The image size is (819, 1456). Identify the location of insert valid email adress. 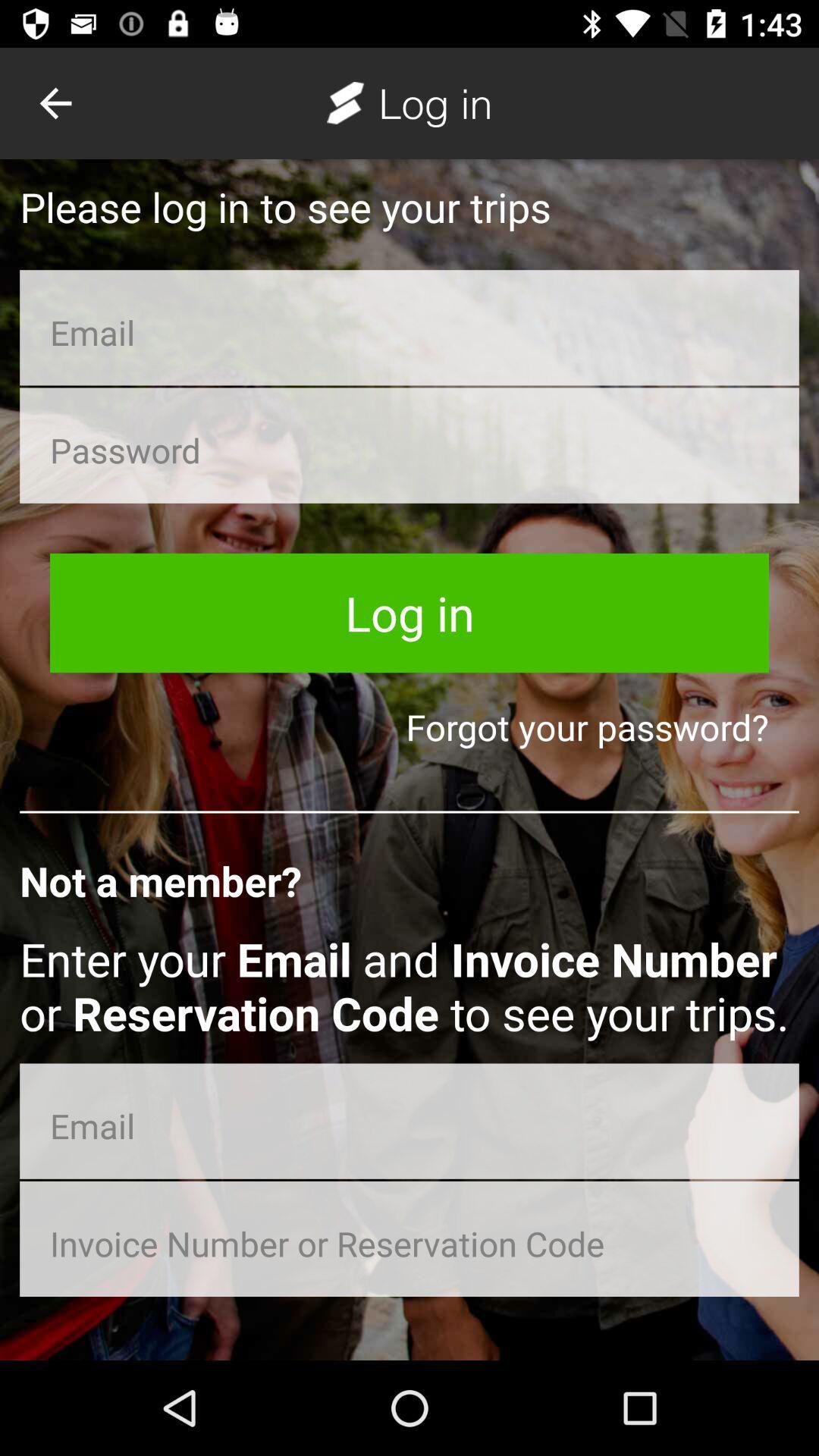
(409, 327).